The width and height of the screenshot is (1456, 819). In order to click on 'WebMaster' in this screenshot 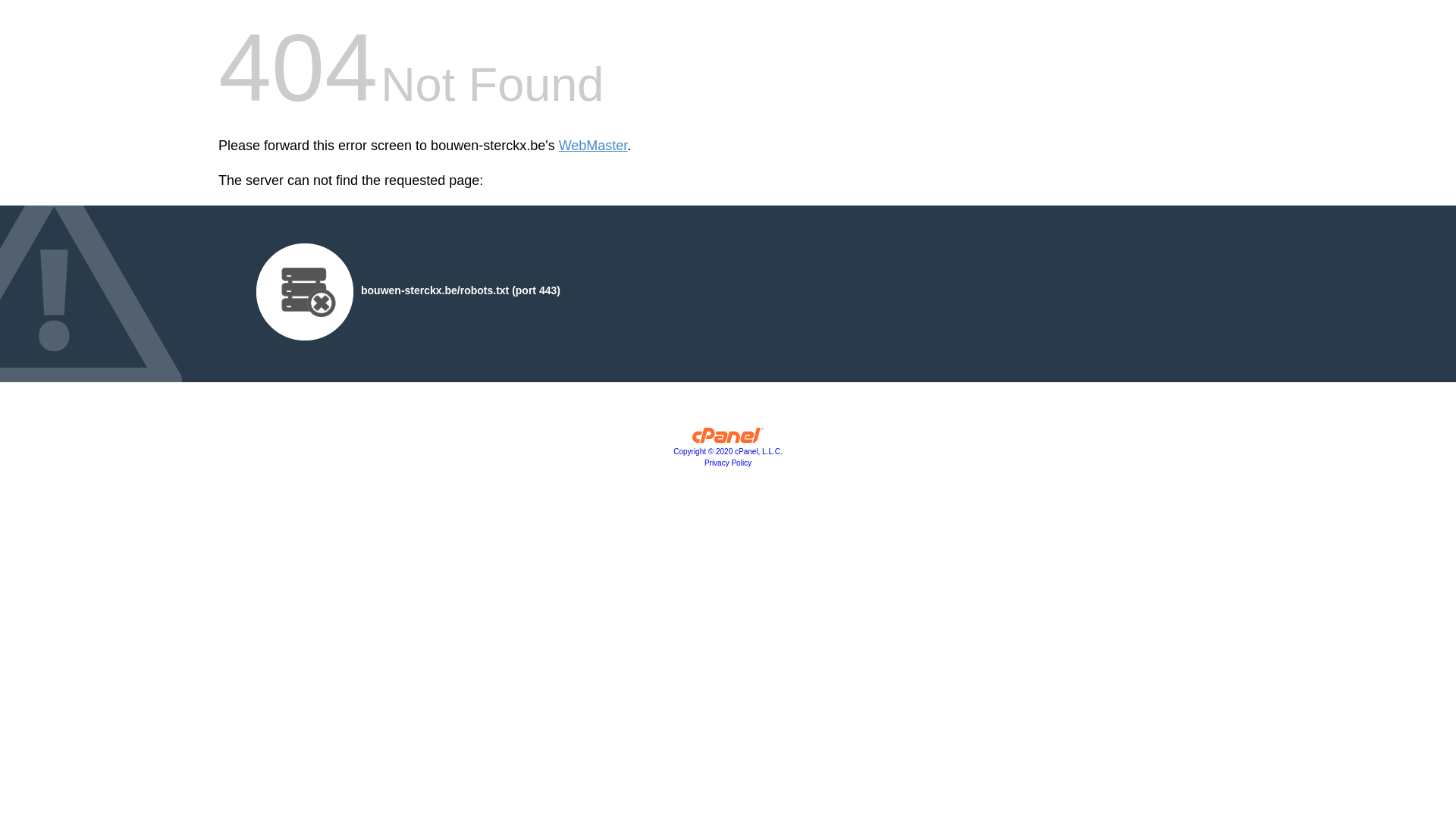, I will do `click(592, 146)`.